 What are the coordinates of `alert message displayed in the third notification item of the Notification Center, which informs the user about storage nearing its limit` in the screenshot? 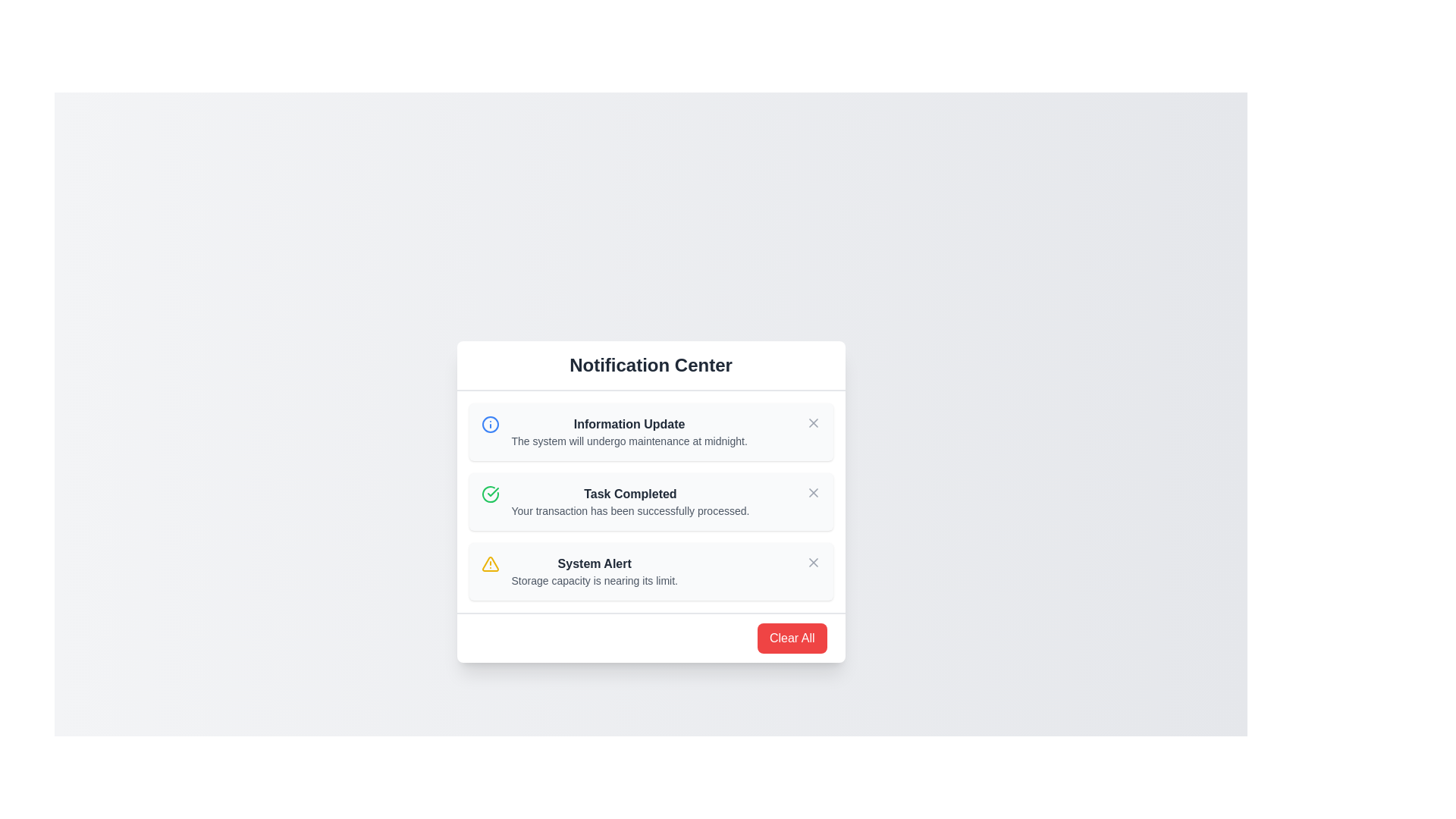 It's located at (594, 571).